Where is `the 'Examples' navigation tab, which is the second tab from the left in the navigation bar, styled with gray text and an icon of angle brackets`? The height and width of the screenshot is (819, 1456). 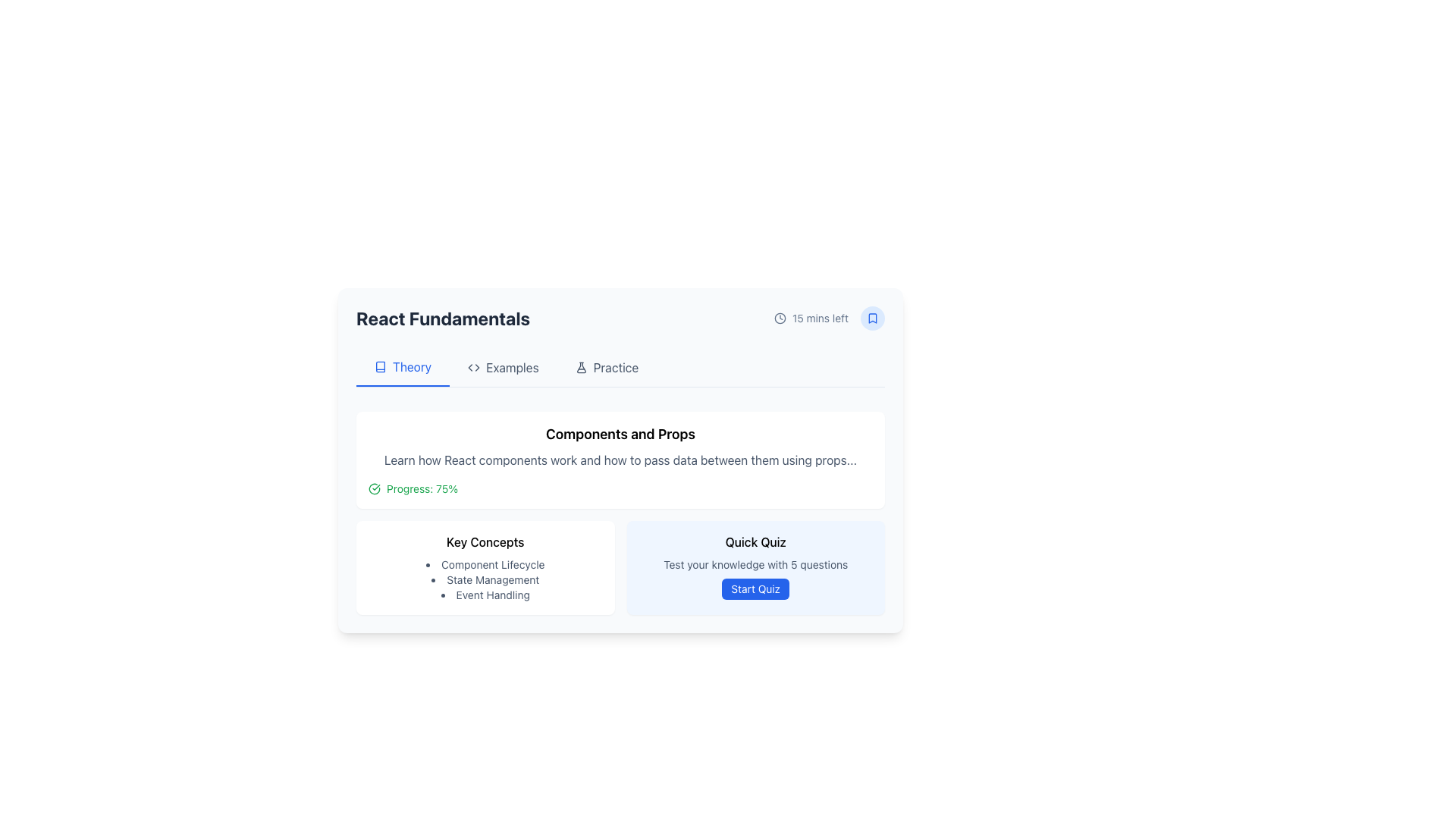 the 'Examples' navigation tab, which is the second tab from the left in the navigation bar, styled with gray text and an icon of angle brackets is located at coordinates (503, 368).